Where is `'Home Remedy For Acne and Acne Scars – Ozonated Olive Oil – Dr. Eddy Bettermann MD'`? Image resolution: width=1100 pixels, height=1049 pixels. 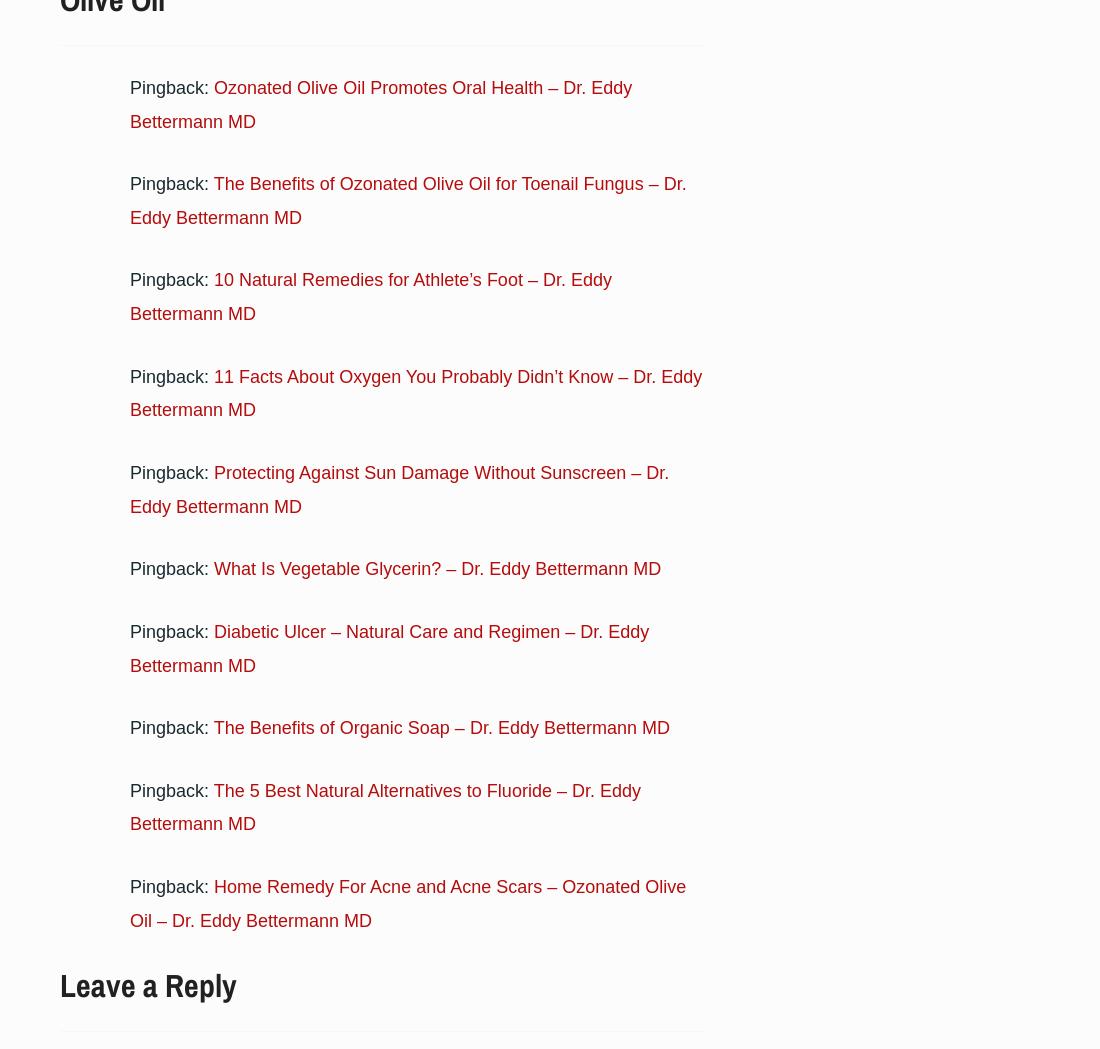
'Home Remedy For Acne and Acne Scars – Ozonated Olive Oil – Dr. Eddy Bettermann MD' is located at coordinates (130, 901).